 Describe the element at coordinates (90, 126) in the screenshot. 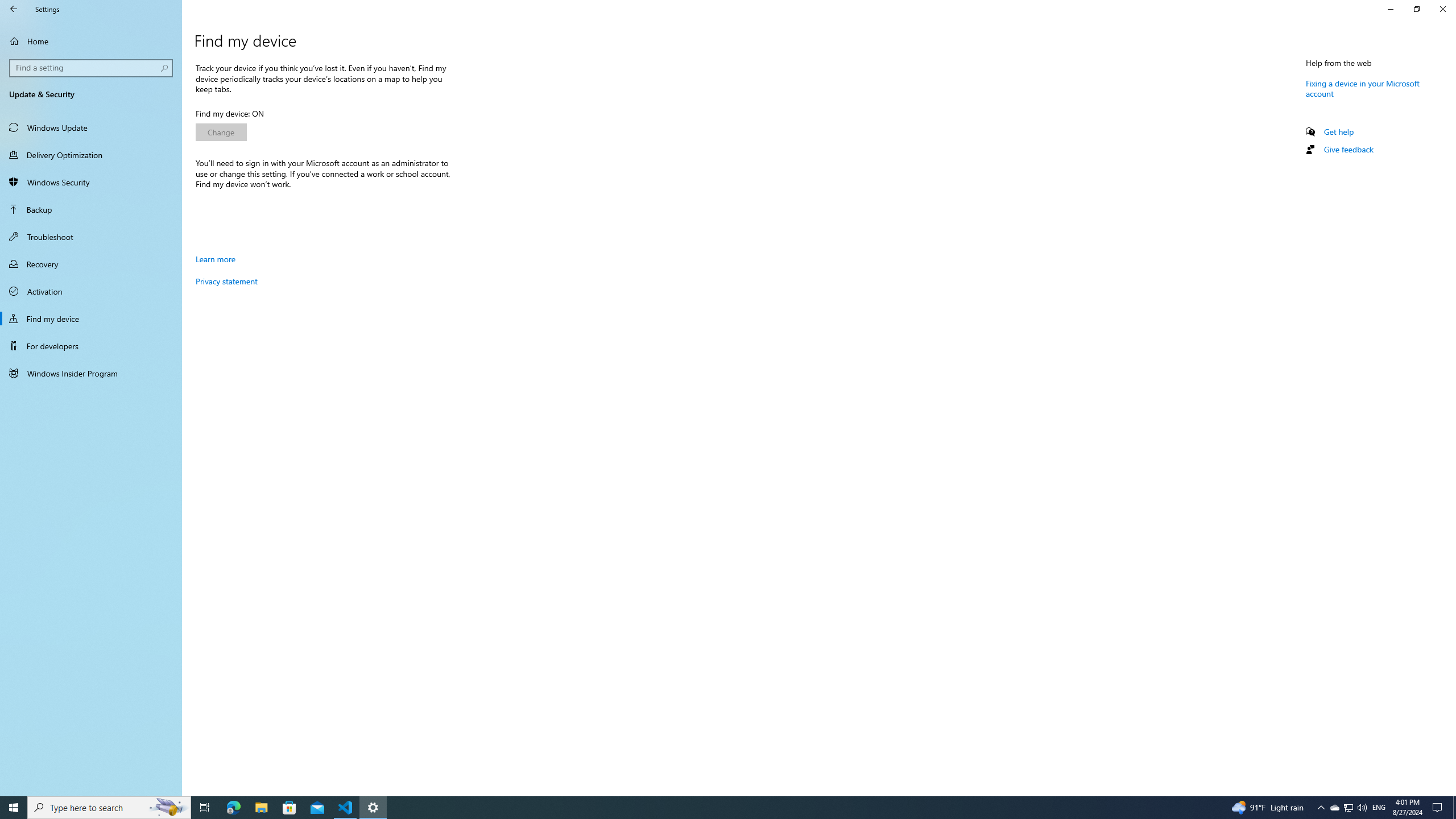

I see `'Windows Update'` at that location.